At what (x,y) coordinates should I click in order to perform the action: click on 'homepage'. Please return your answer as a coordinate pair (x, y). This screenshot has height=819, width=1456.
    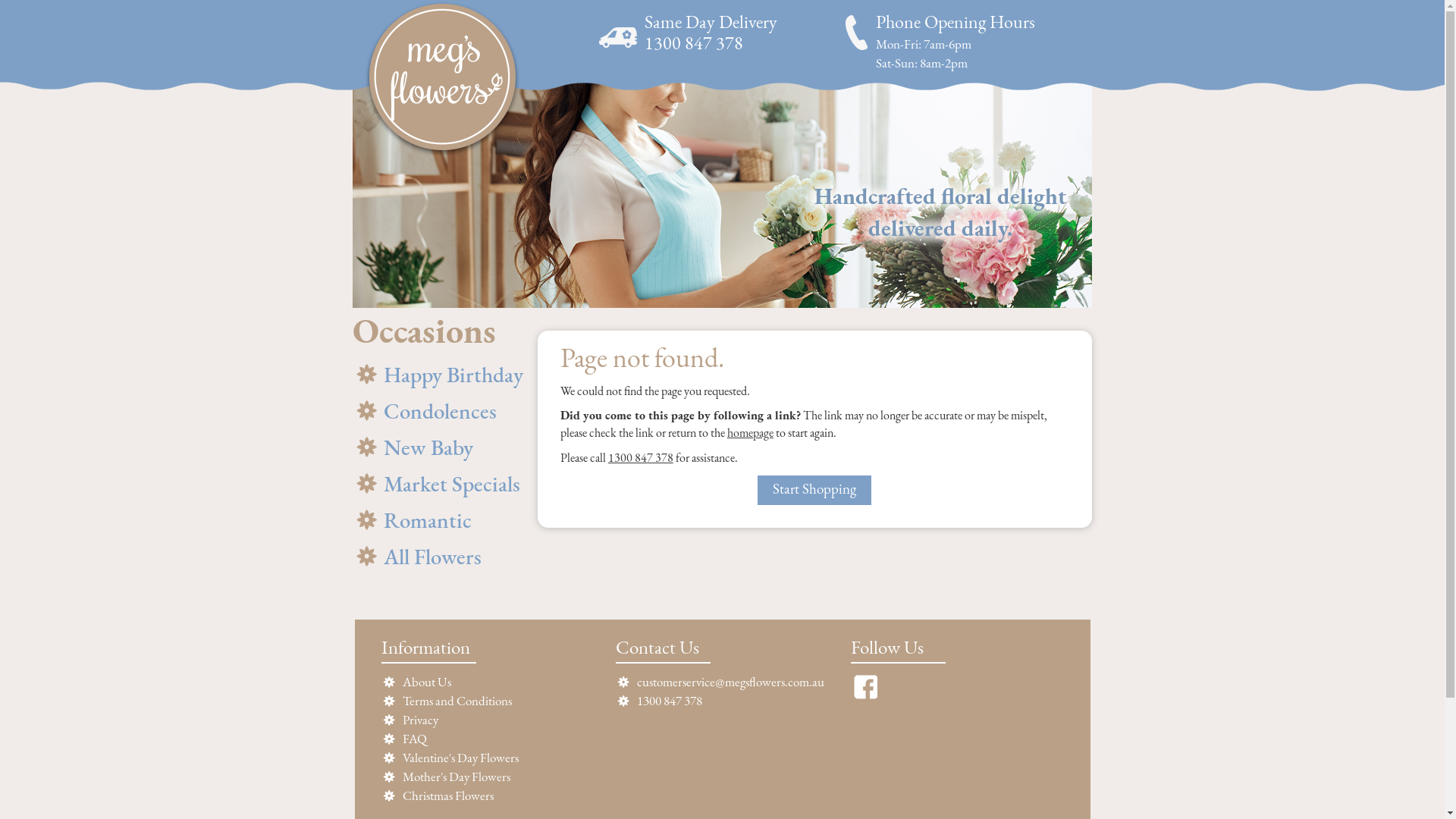
    Looking at the image, I should click on (750, 433).